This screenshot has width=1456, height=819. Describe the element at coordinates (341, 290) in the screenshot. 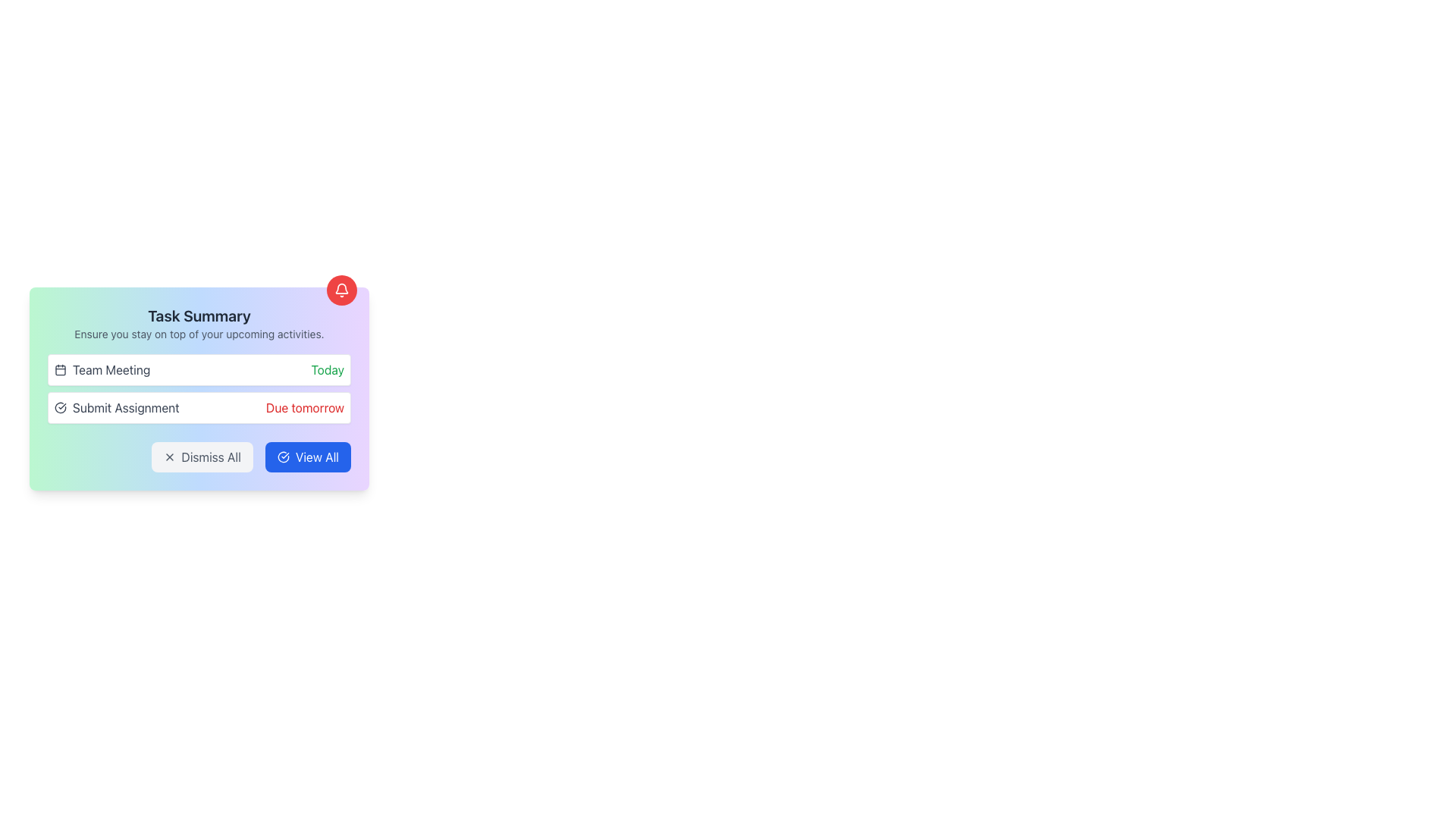

I see `the bell-shaped icon with a red background located in the top-right corner of the 'Task Summary' panel` at that location.